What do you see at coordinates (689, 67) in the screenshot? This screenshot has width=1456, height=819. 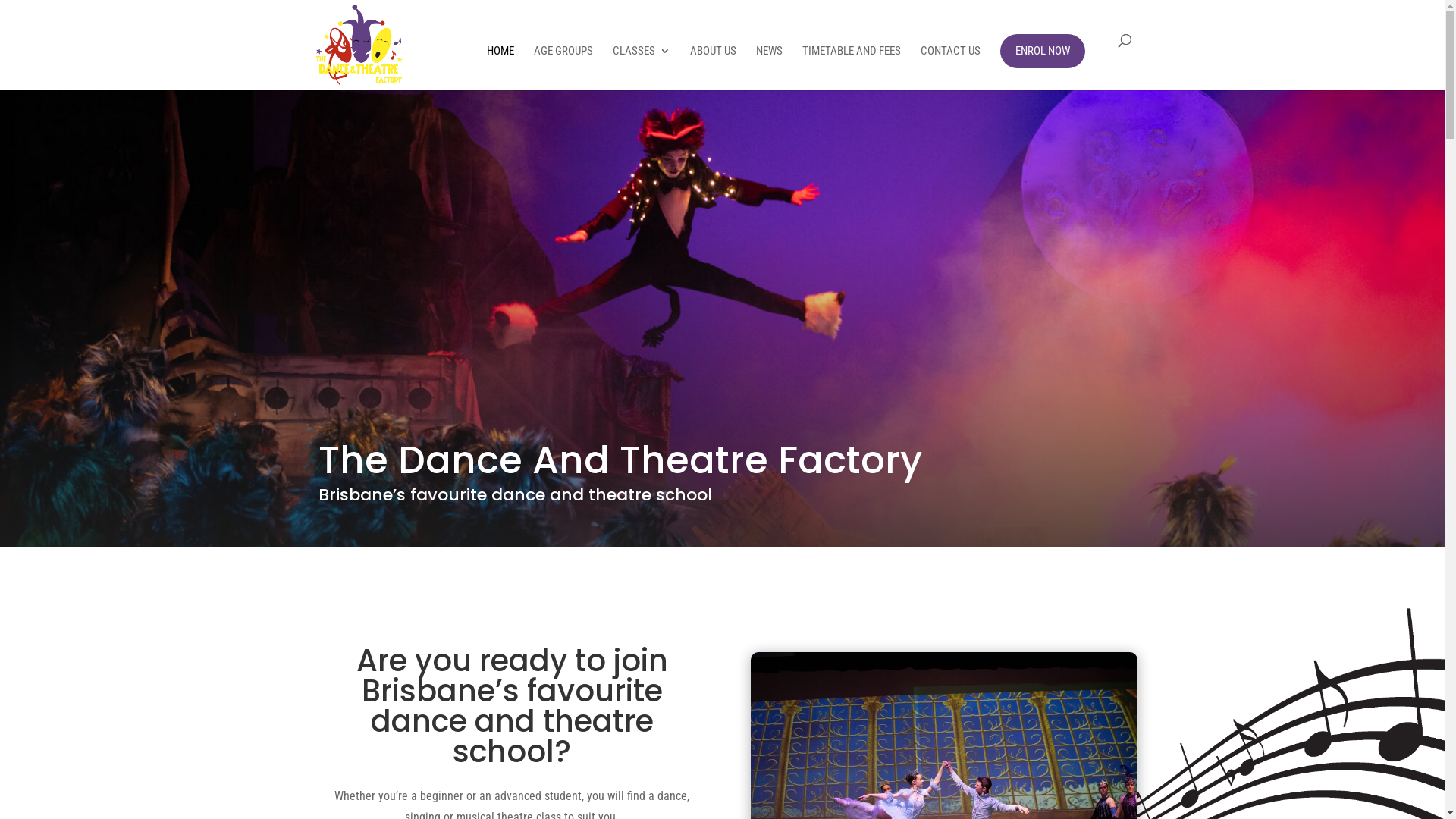 I see `'ABOUT US'` at bounding box center [689, 67].